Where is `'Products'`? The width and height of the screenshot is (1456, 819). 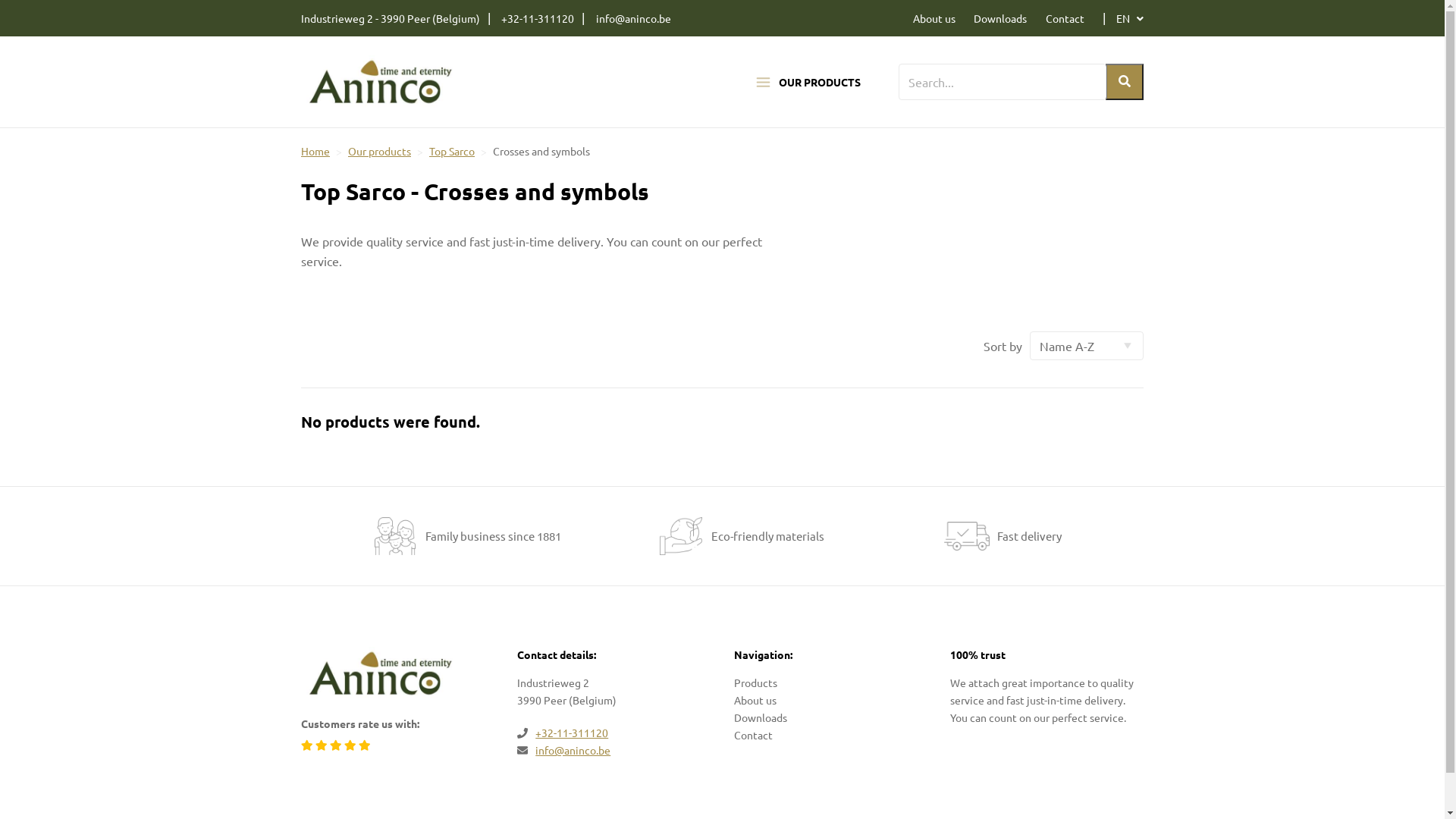
'Products' is located at coordinates (755, 681).